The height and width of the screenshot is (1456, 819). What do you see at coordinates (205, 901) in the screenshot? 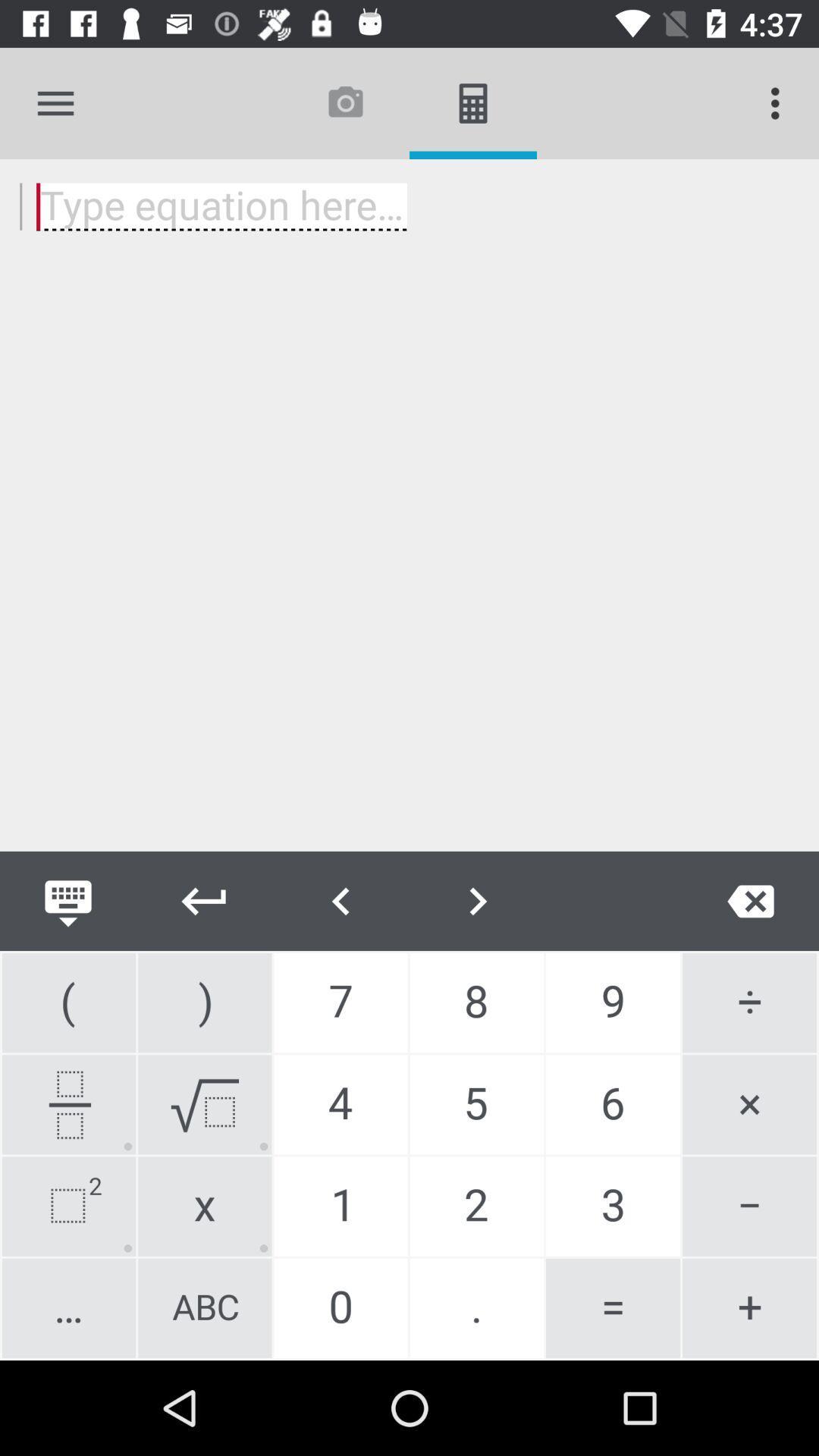
I see `next` at bounding box center [205, 901].